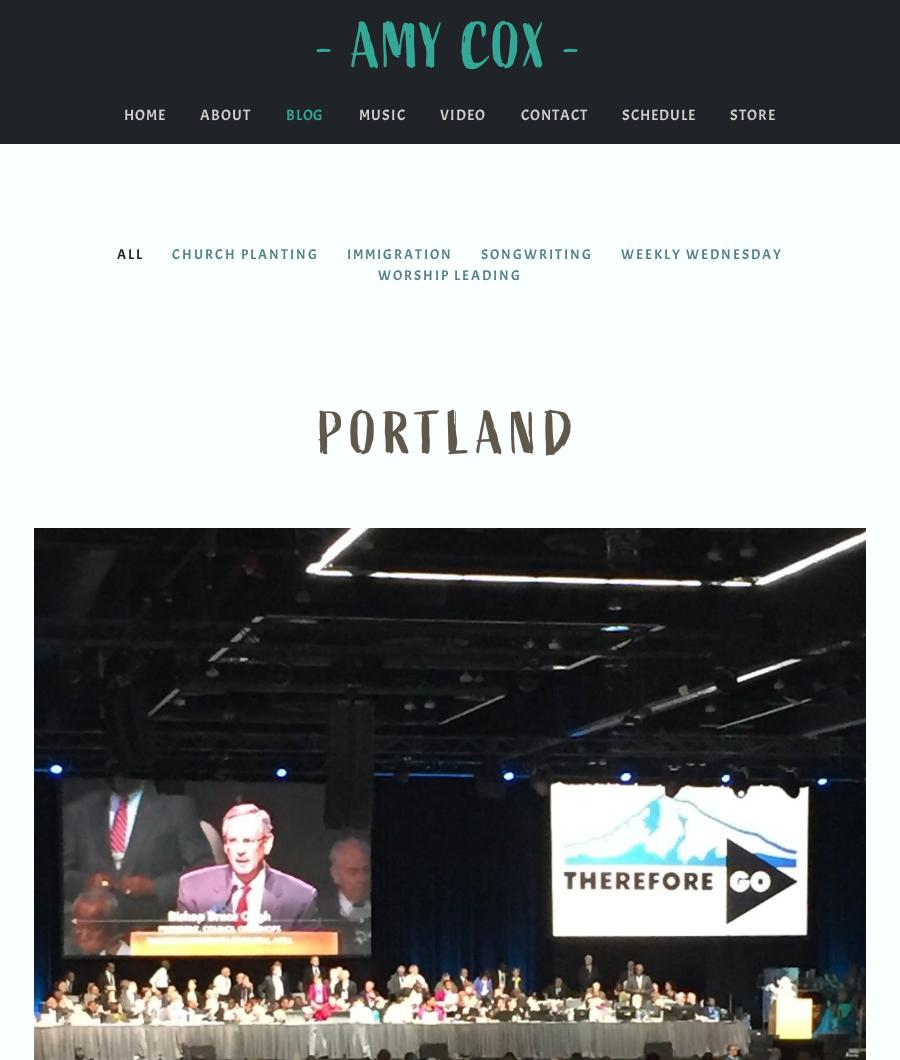  Describe the element at coordinates (621, 115) in the screenshot. I see `'Schedule'` at that location.